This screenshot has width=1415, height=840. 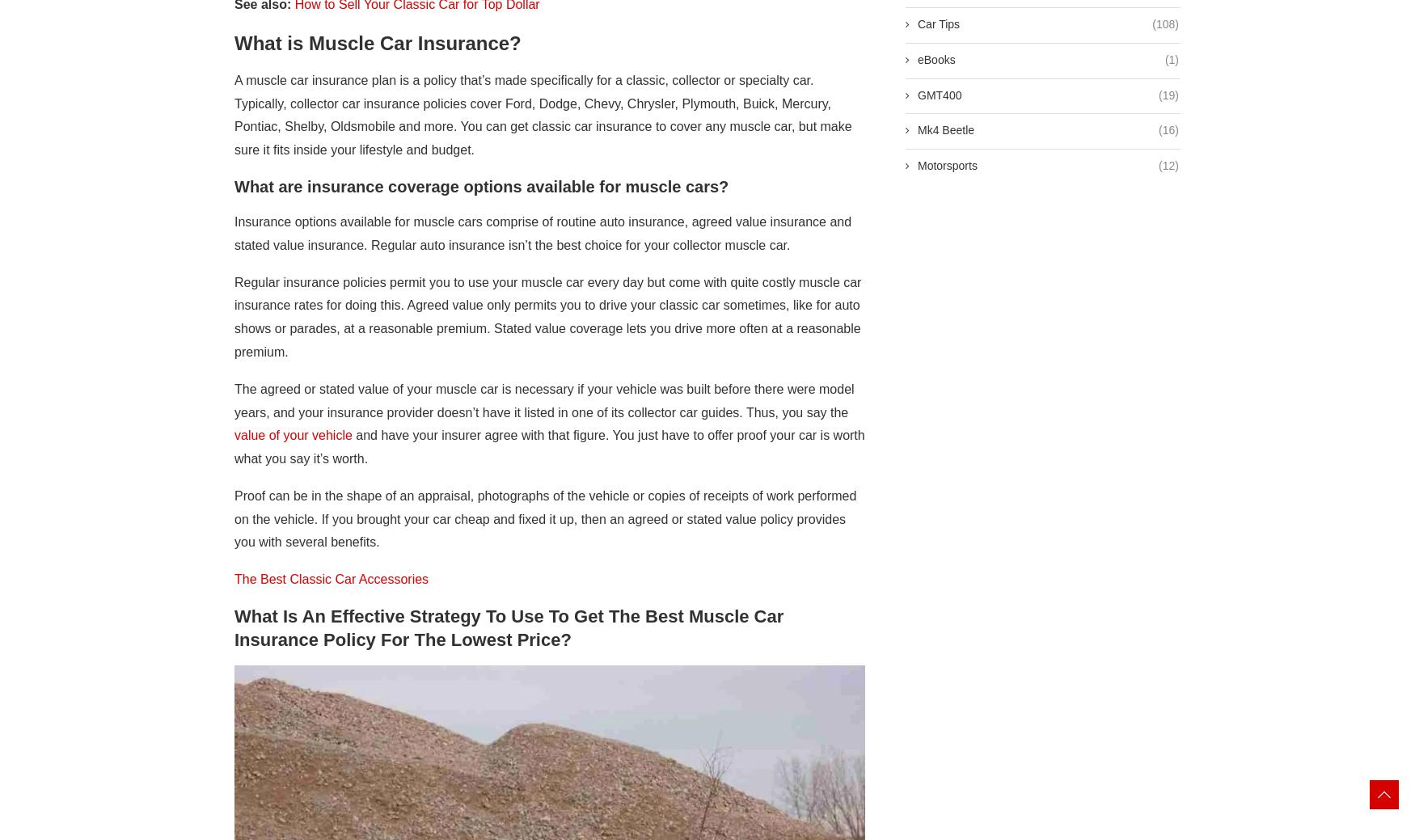 I want to click on '(1)', so click(x=1172, y=58).